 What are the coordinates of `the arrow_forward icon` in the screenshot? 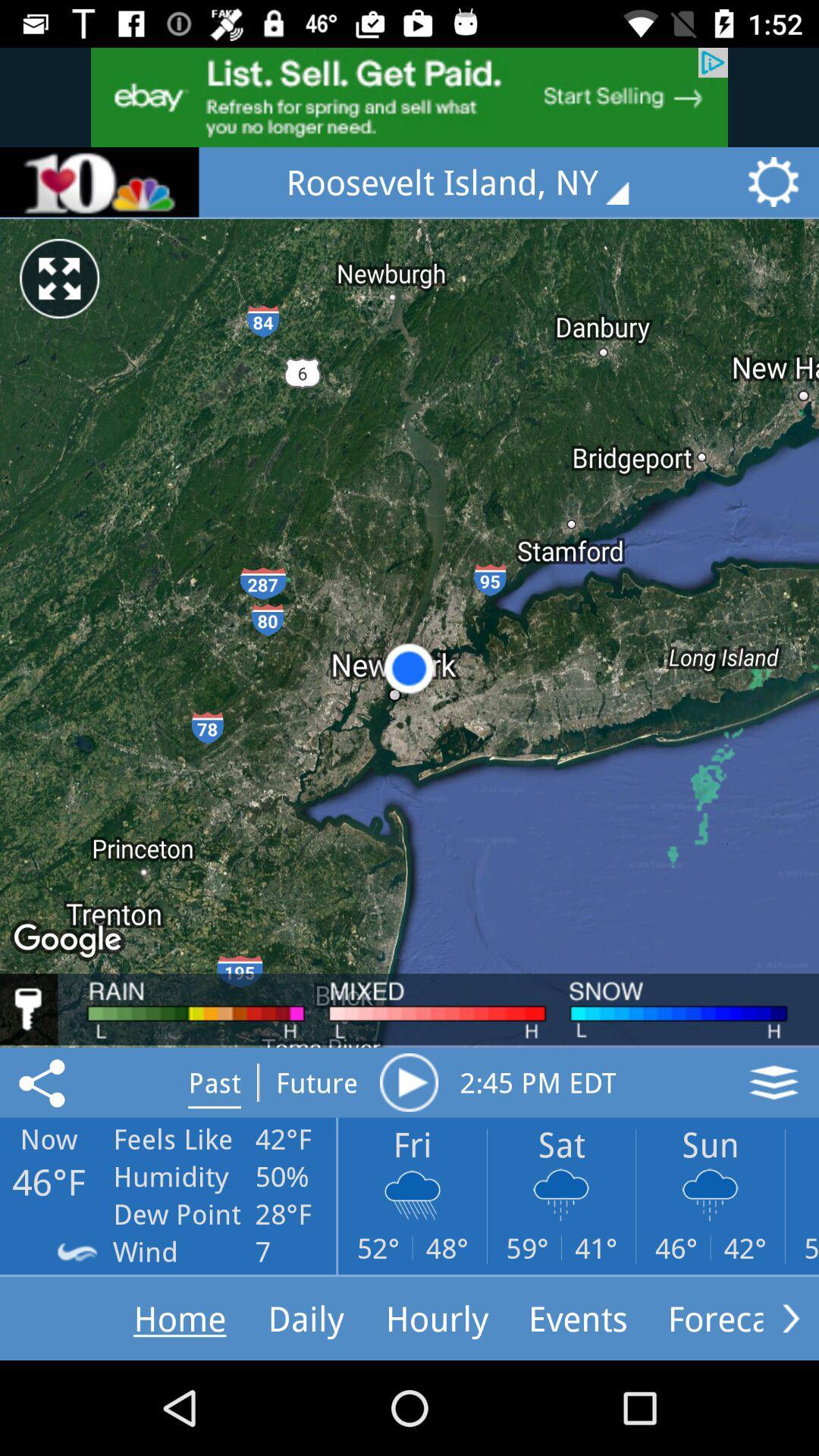 It's located at (790, 1317).